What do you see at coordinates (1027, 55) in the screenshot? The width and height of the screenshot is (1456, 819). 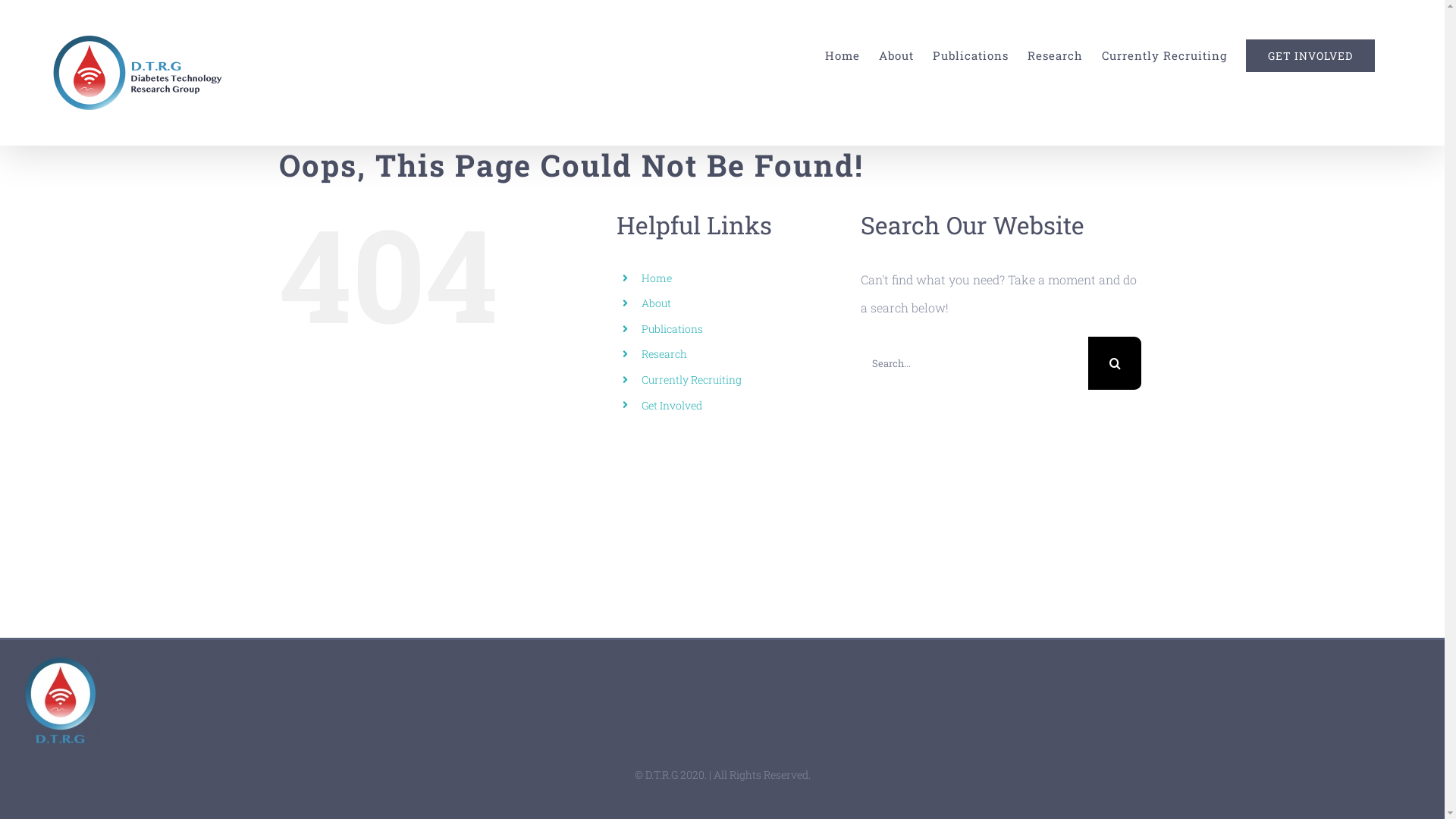 I see `'Research'` at bounding box center [1027, 55].